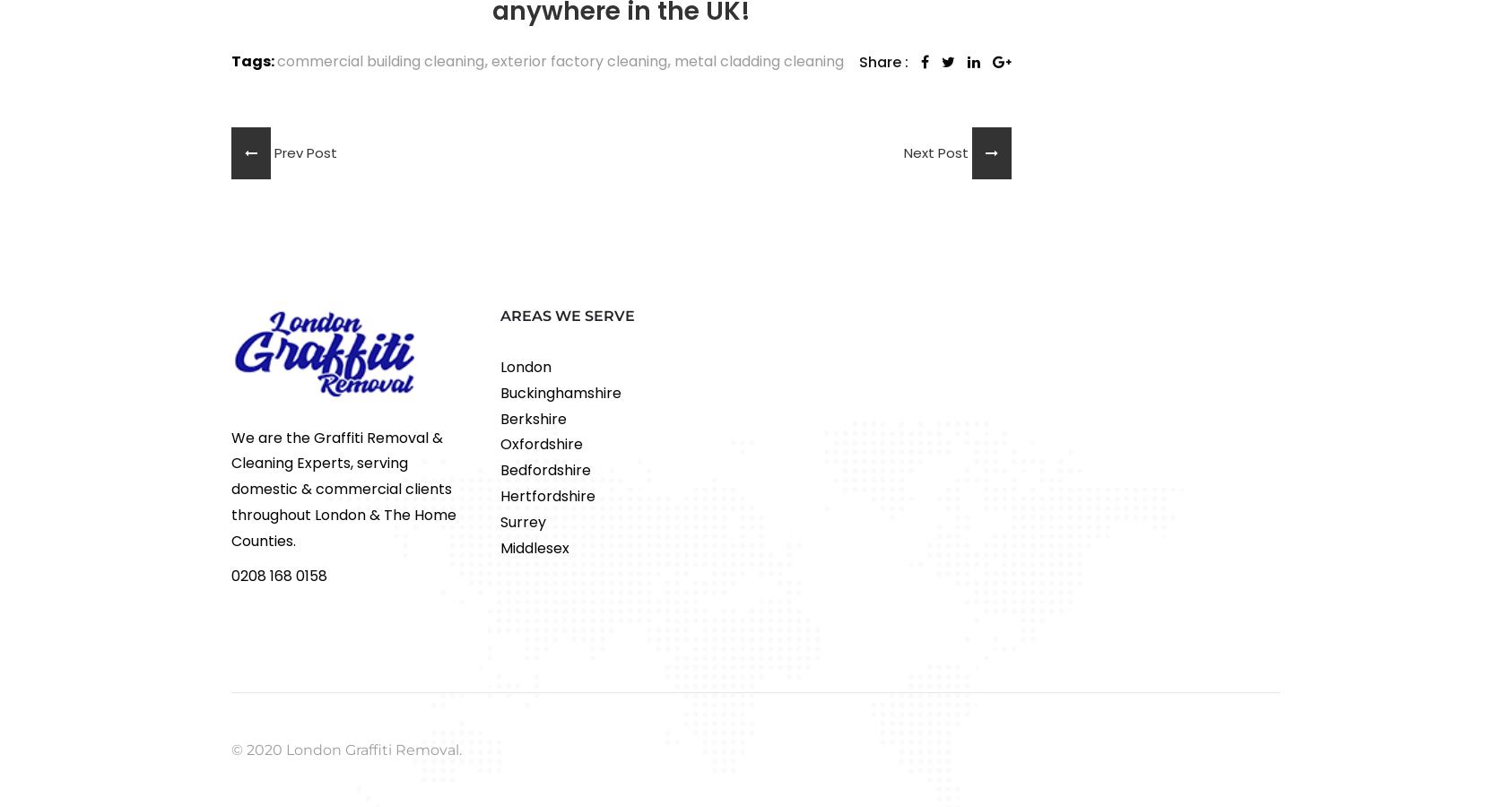 The height and width of the screenshot is (807, 1512). I want to click on 'Bedfordshire', so click(544, 469).